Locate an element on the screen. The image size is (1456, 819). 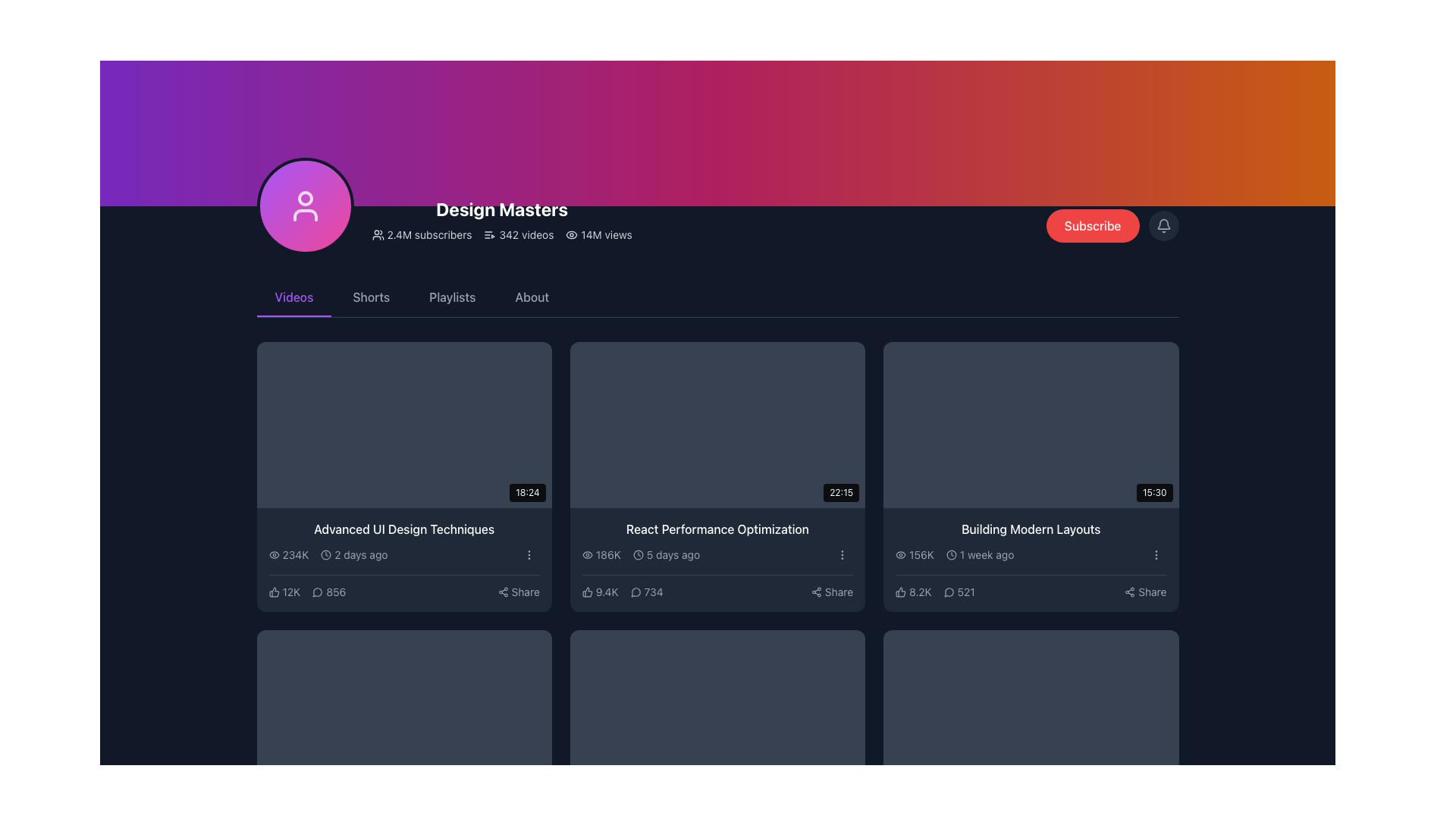
displayed text of the timestamp label showing '18:24', which is located at the bottom-right corner of the video thumbnail for 'Advanced UI Design Techniques' is located at coordinates (528, 492).